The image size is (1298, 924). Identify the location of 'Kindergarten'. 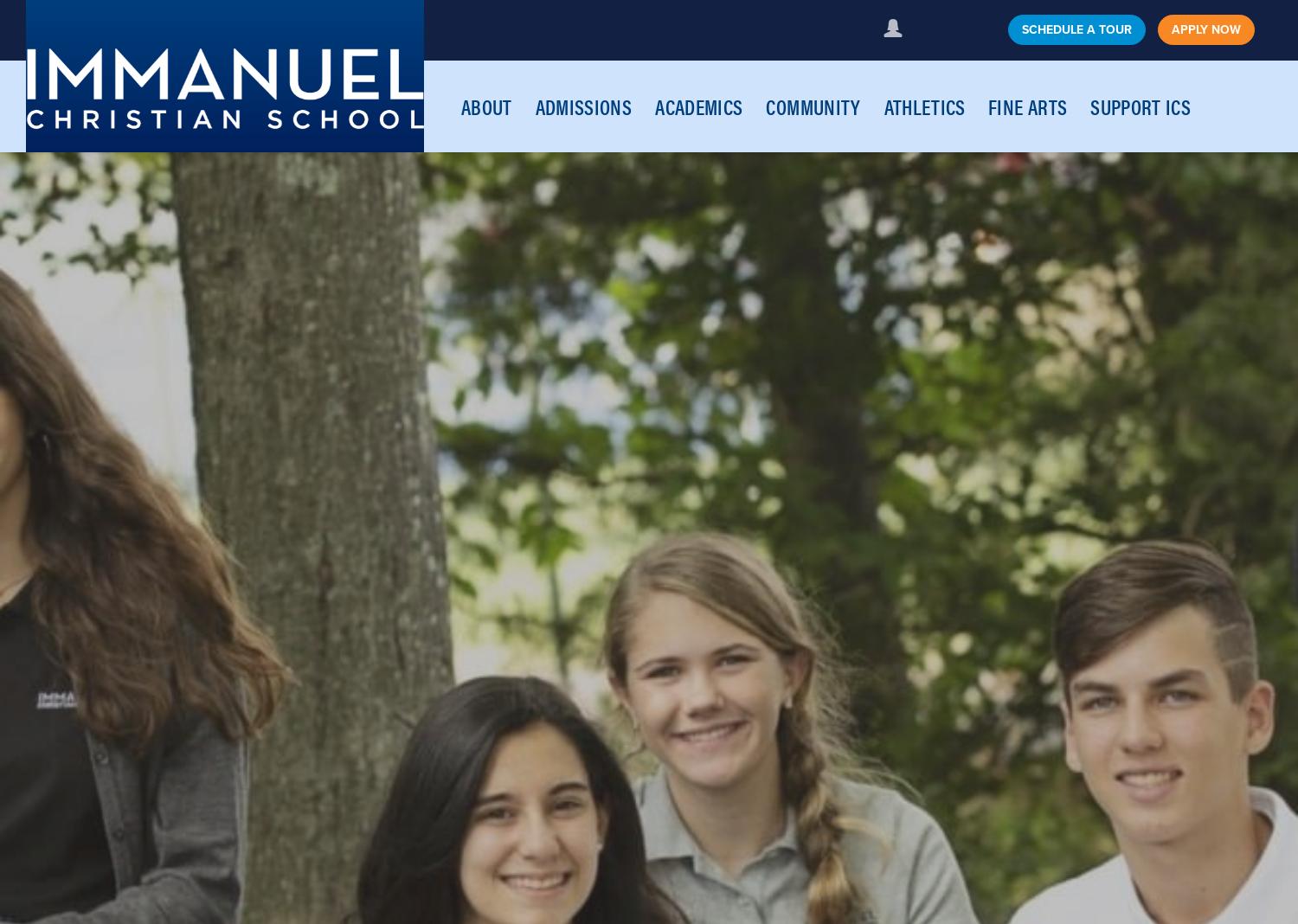
(839, 218).